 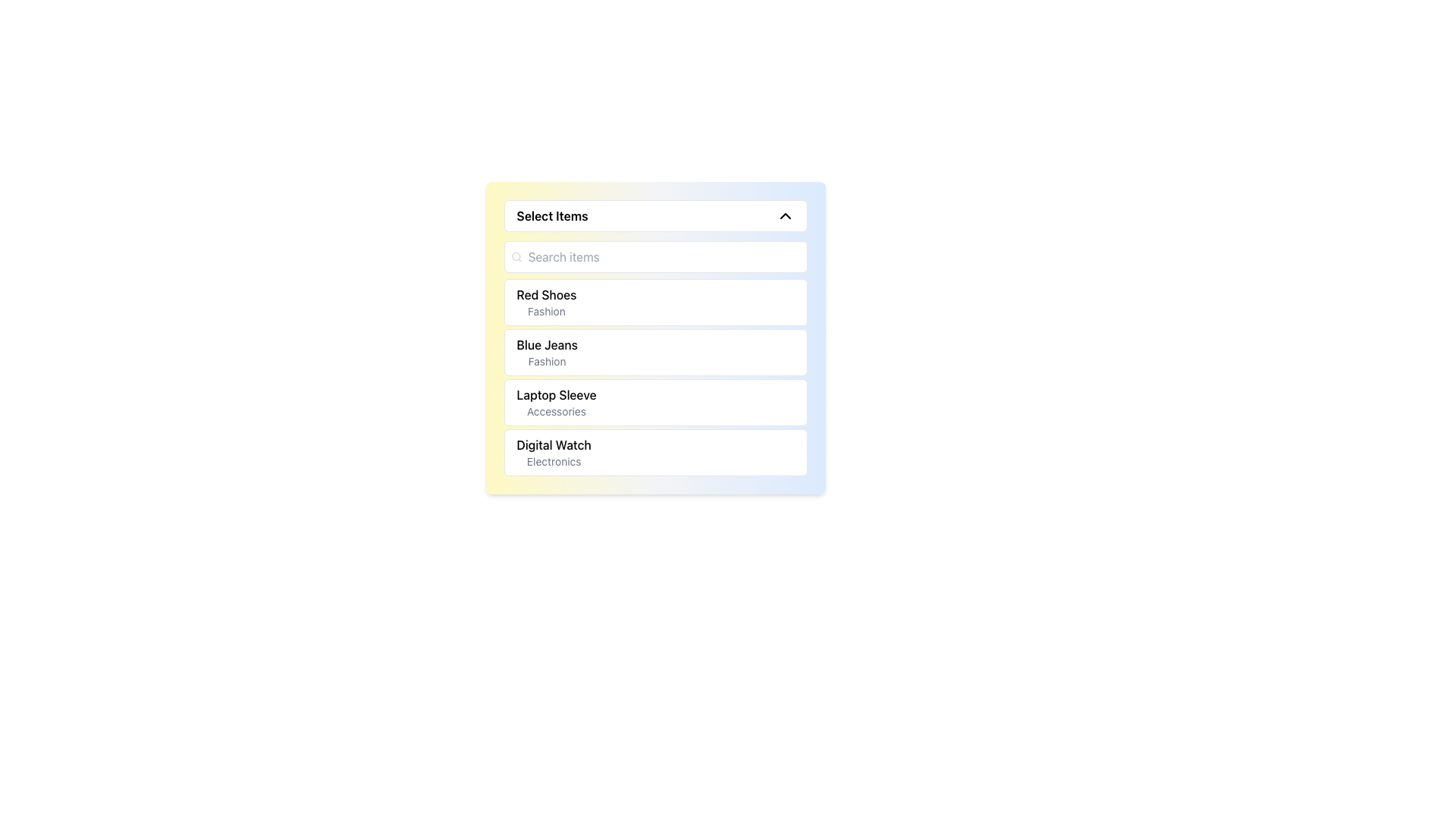 What do you see at coordinates (553, 444) in the screenshot?
I see `the text label displaying 'Digital Watch' which serves as a title in the grouped item layout under 'Select Items'` at bounding box center [553, 444].